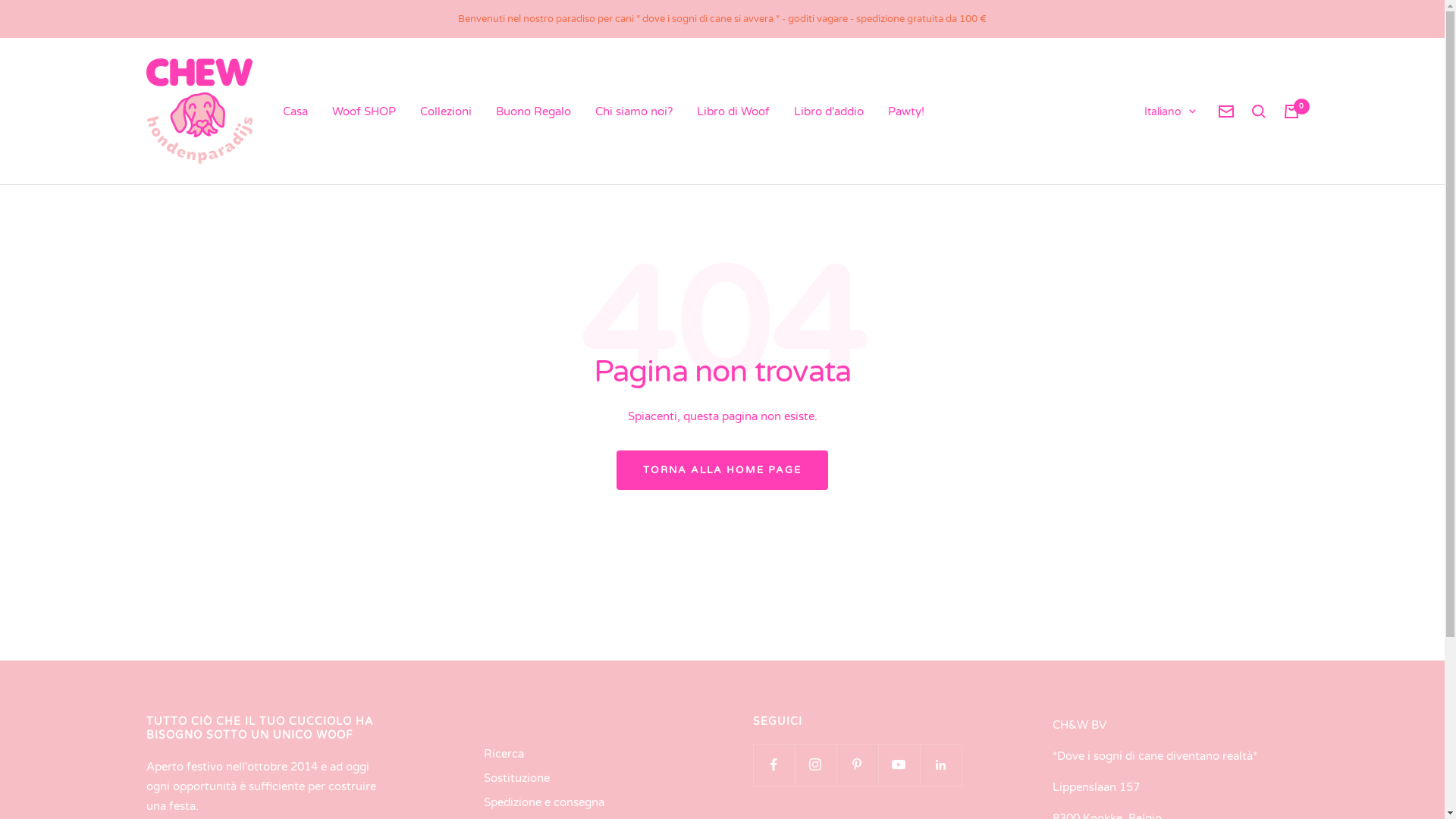  What do you see at coordinates (364, 110) in the screenshot?
I see `'Woof SHOP'` at bounding box center [364, 110].